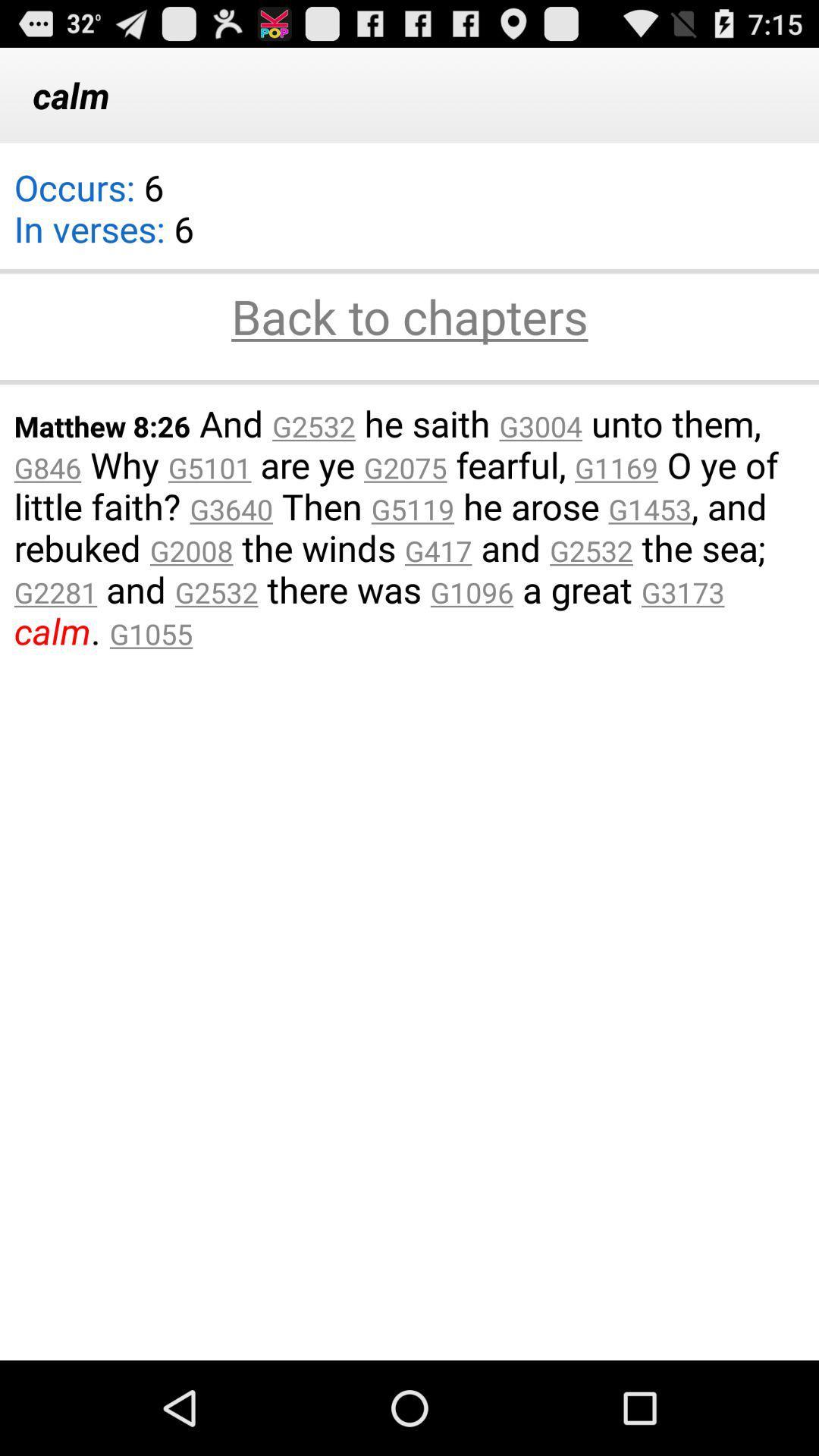 This screenshot has width=819, height=1456. What do you see at coordinates (409, 381) in the screenshot?
I see `item below back to chapters` at bounding box center [409, 381].